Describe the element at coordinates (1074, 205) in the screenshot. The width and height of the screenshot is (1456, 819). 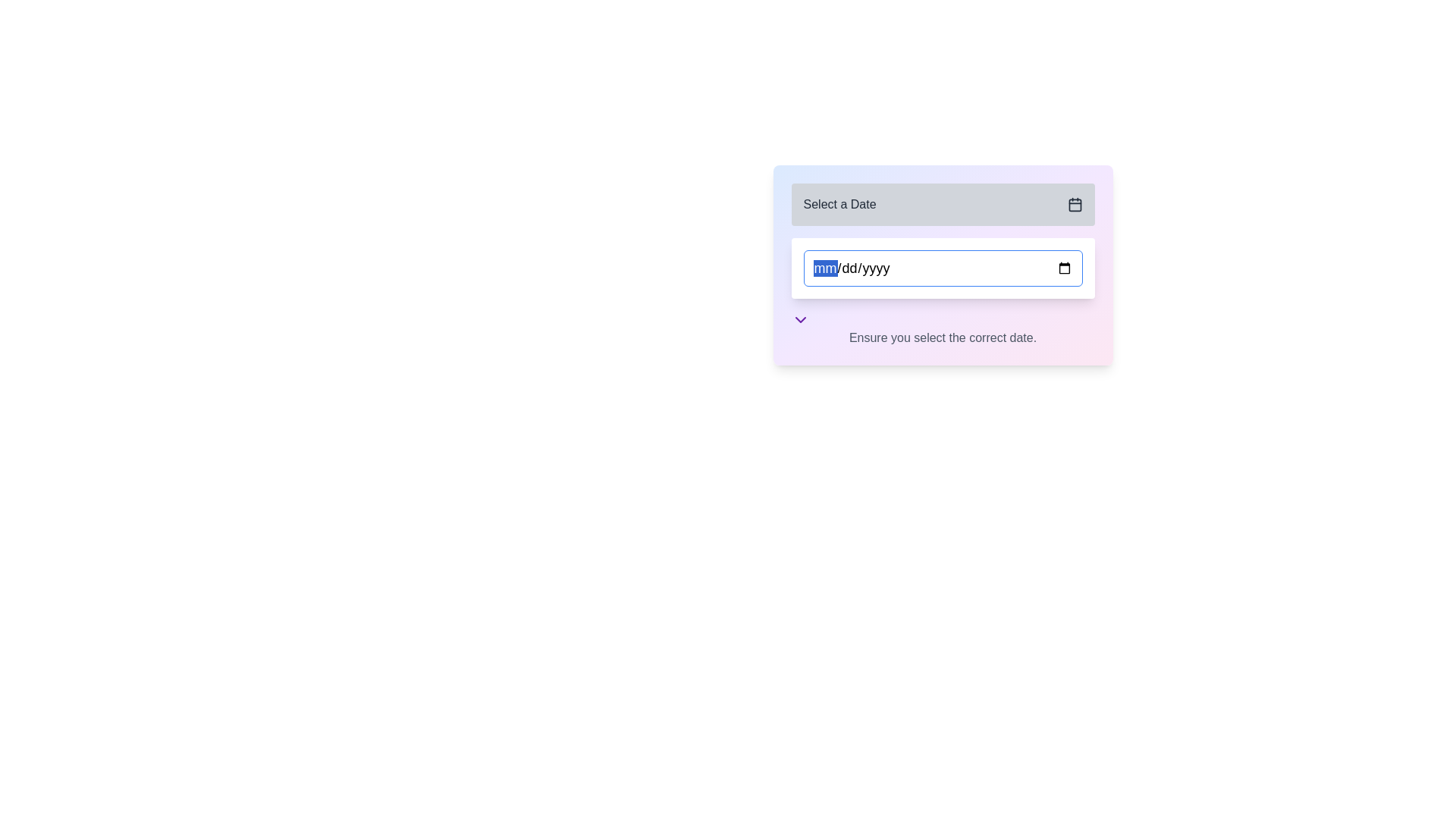
I see `the icon located at the far right end of the gray header bar labeled 'Select a Date'` at that location.